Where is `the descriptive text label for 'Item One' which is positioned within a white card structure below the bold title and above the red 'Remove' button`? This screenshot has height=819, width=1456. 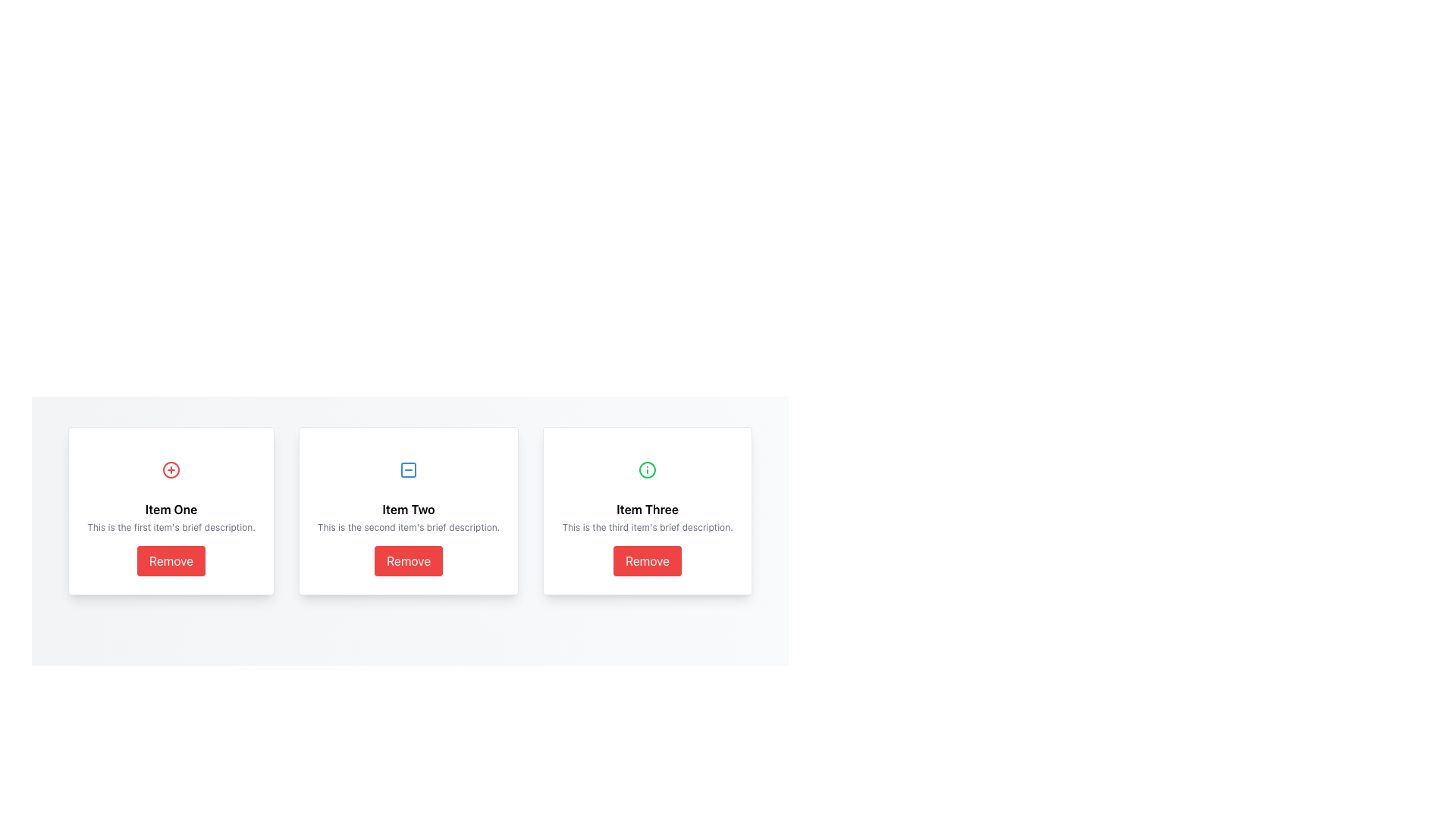 the descriptive text label for 'Item One' which is positioned within a white card structure below the bold title and above the red 'Remove' button is located at coordinates (171, 526).